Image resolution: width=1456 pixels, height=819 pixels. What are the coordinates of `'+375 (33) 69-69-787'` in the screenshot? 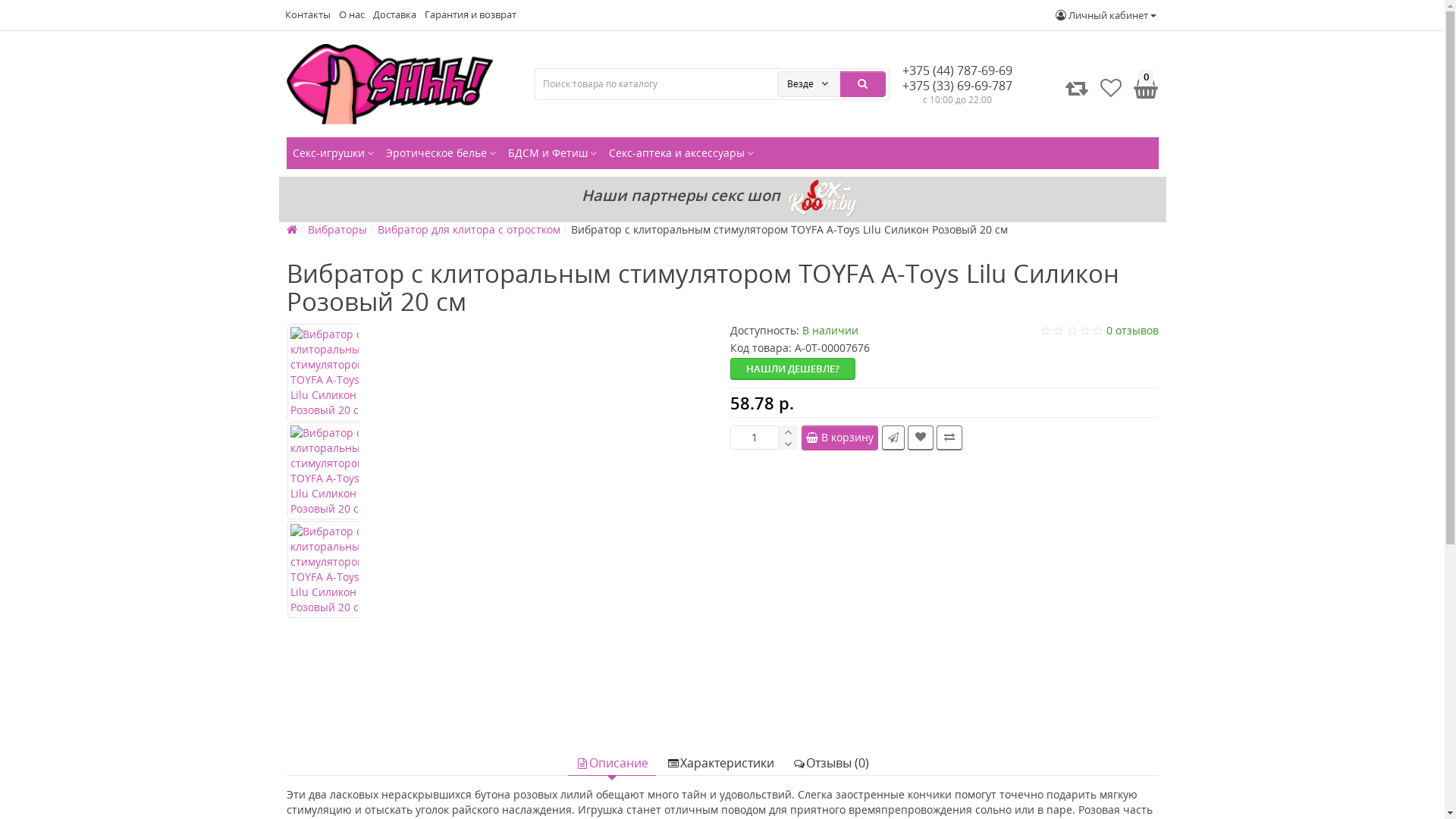 It's located at (956, 85).